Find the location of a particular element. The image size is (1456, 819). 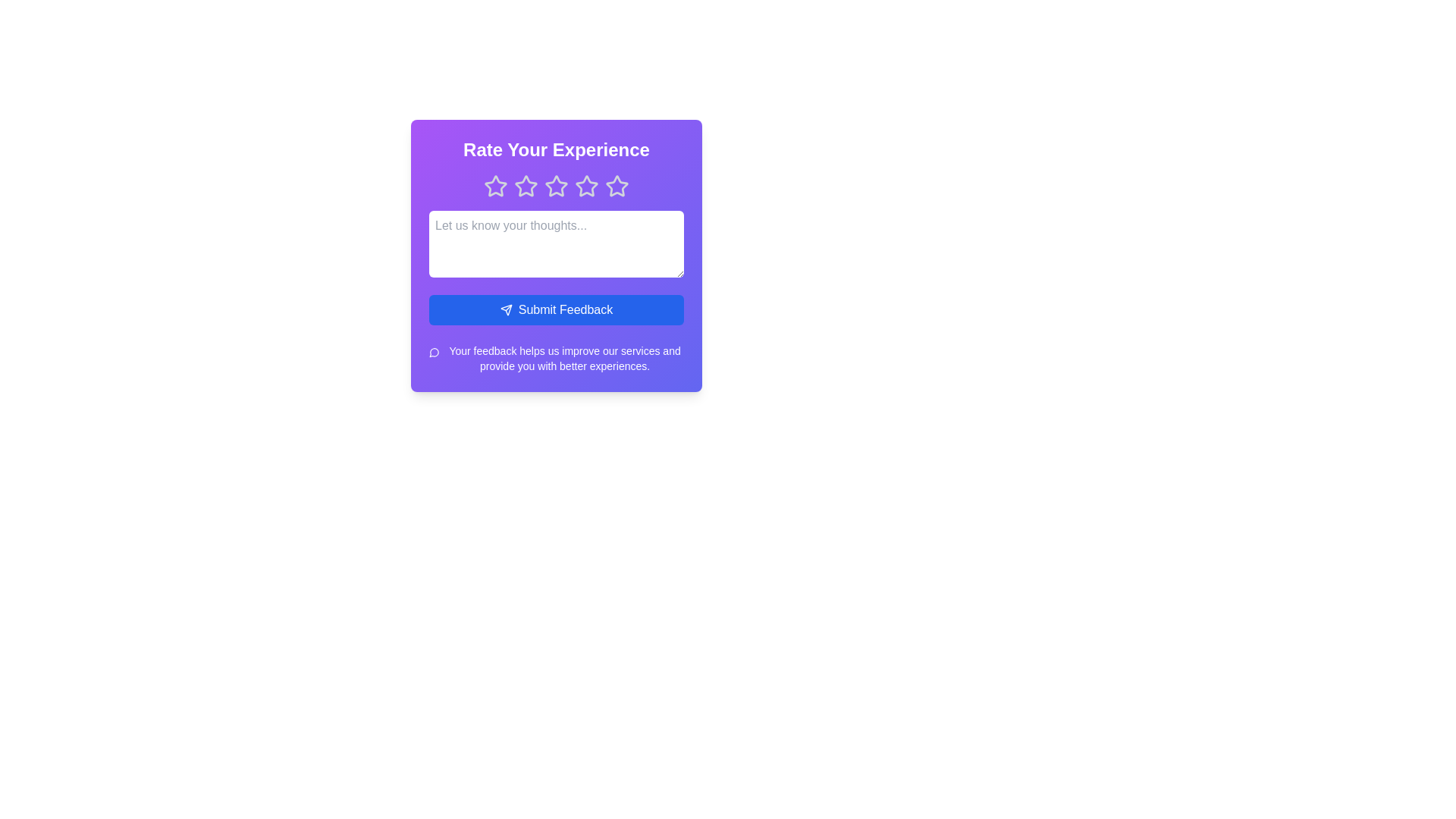

rectangular blue button labeled 'Submit Feedback' with a paper plane icon for accessibility or styling is located at coordinates (556, 309).